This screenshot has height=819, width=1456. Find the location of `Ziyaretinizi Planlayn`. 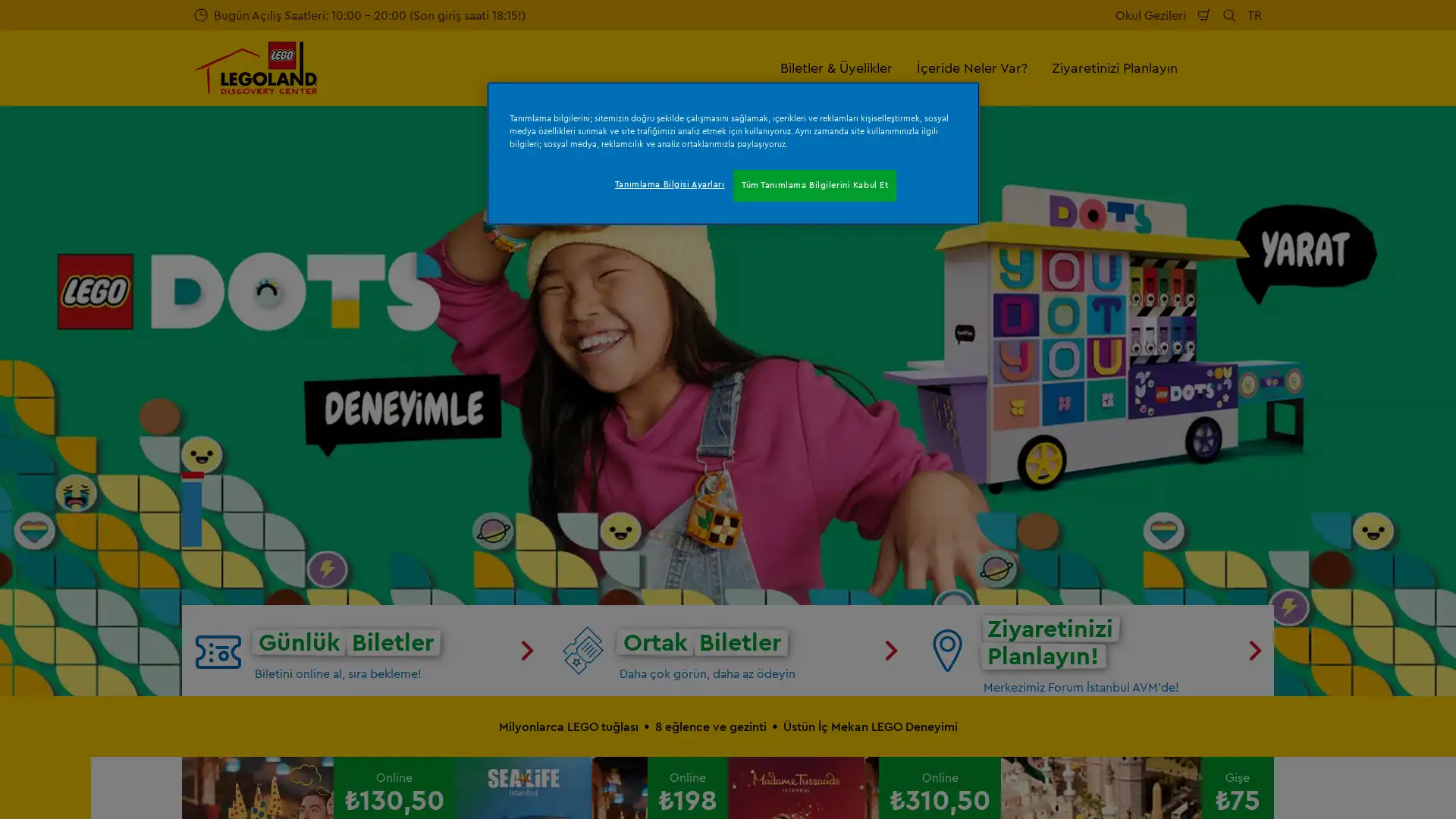

Ziyaretinizi Planlayn is located at coordinates (1114, 67).